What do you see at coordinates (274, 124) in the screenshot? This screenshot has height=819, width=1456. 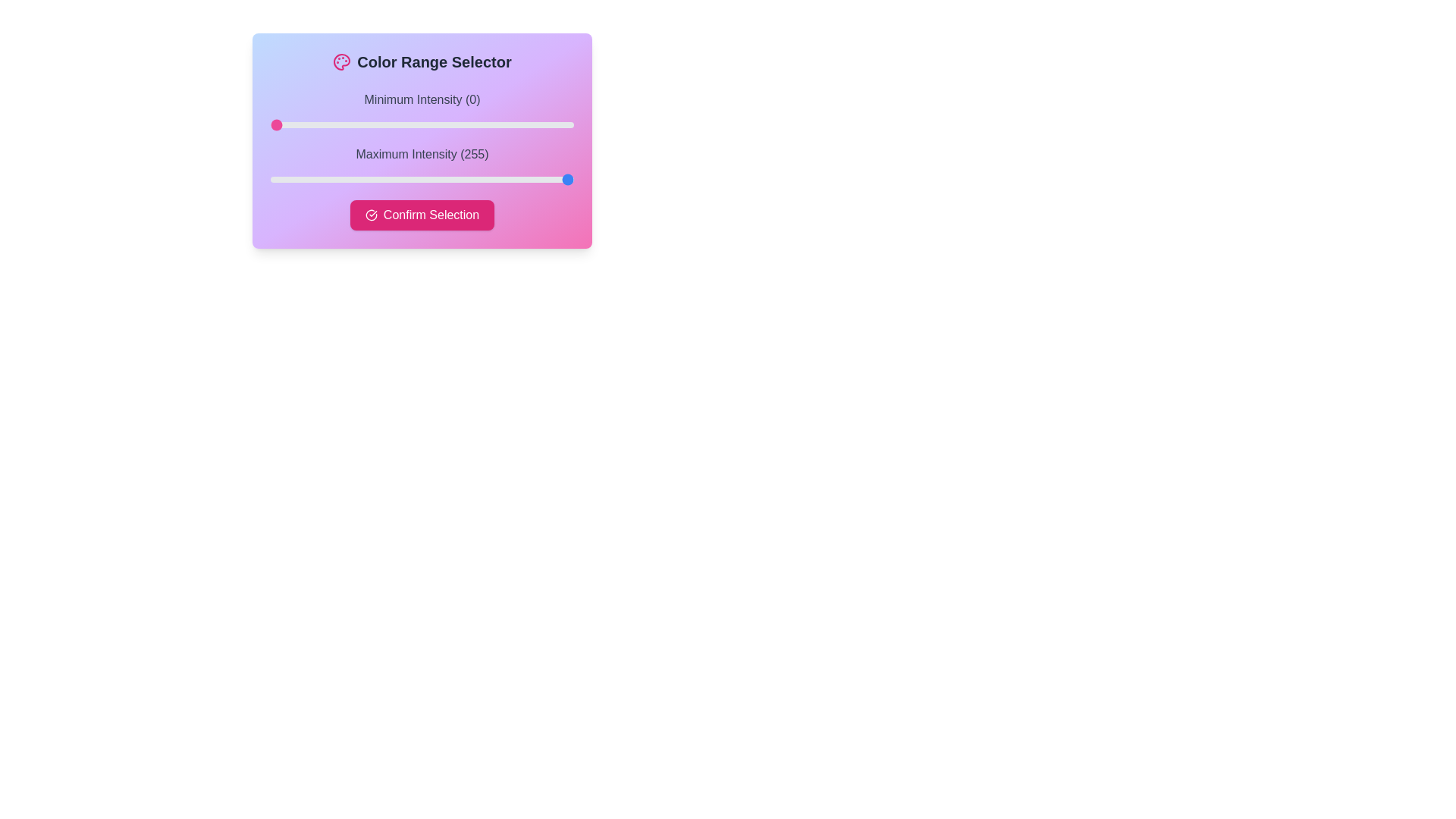 I see `the slider to set the intensity to 3` at bounding box center [274, 124].